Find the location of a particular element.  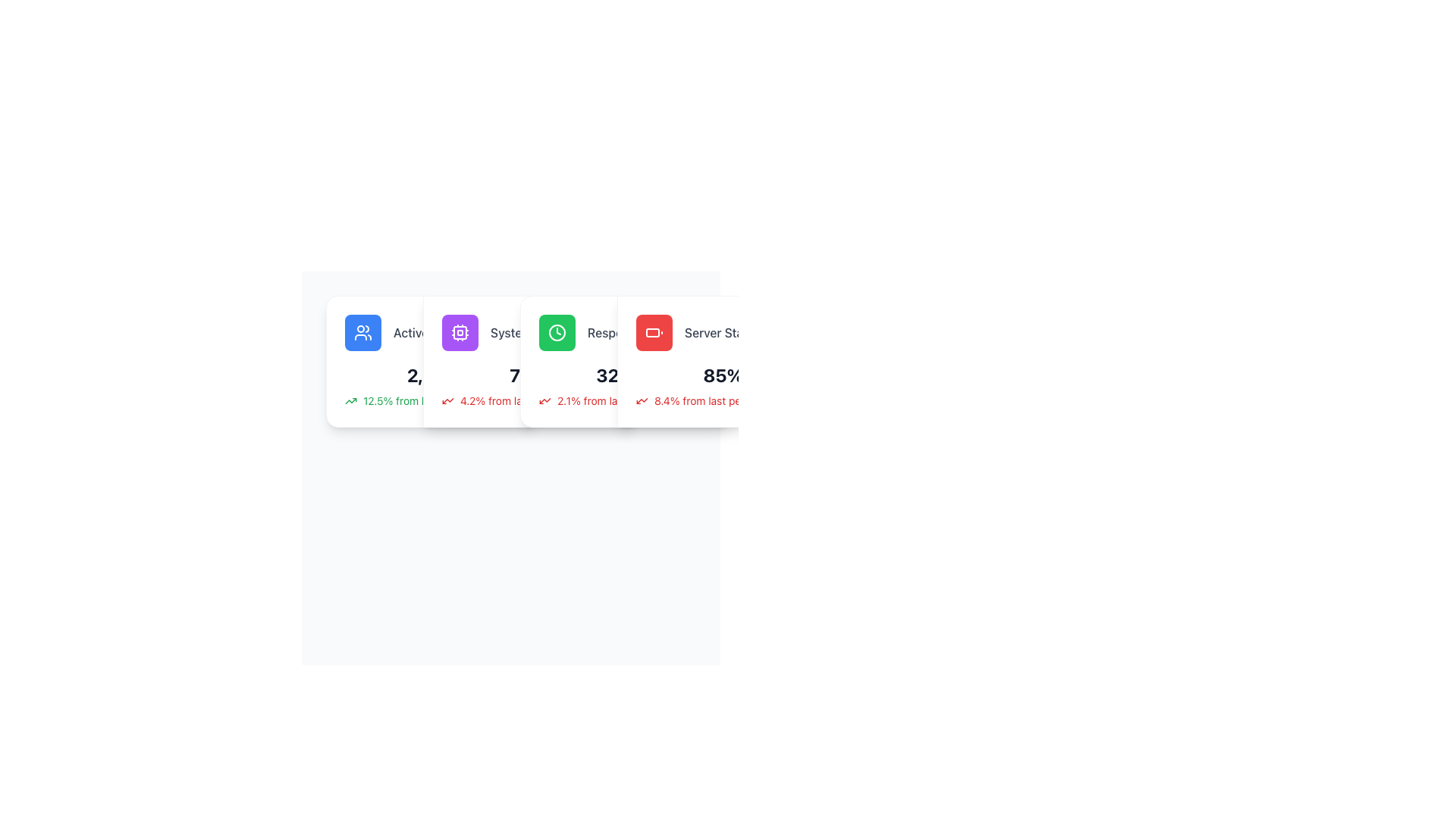

the 'Server Status' text next to the red battery icon is located at coordinates (723, 332).